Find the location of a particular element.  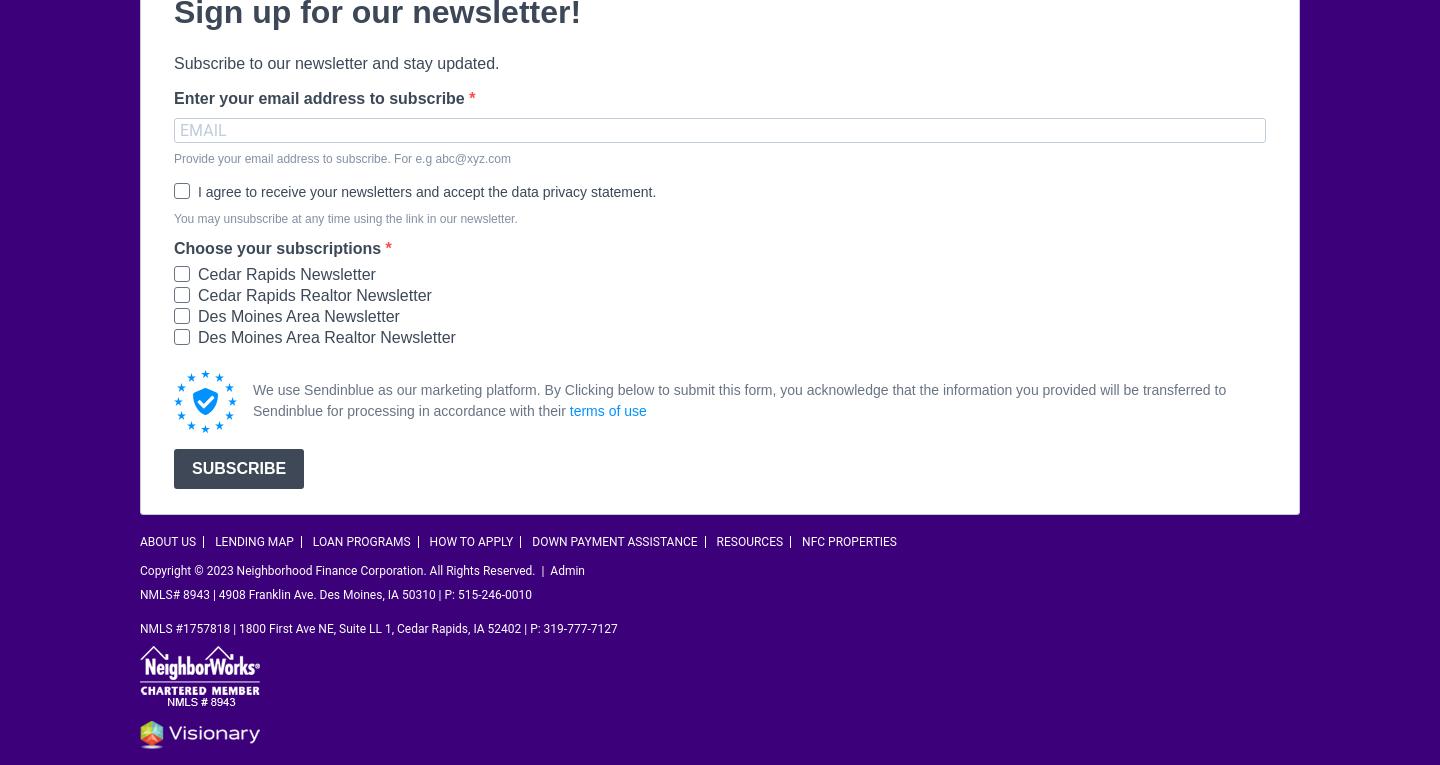

'Visionary Services' is located at coordinates (451, 725).